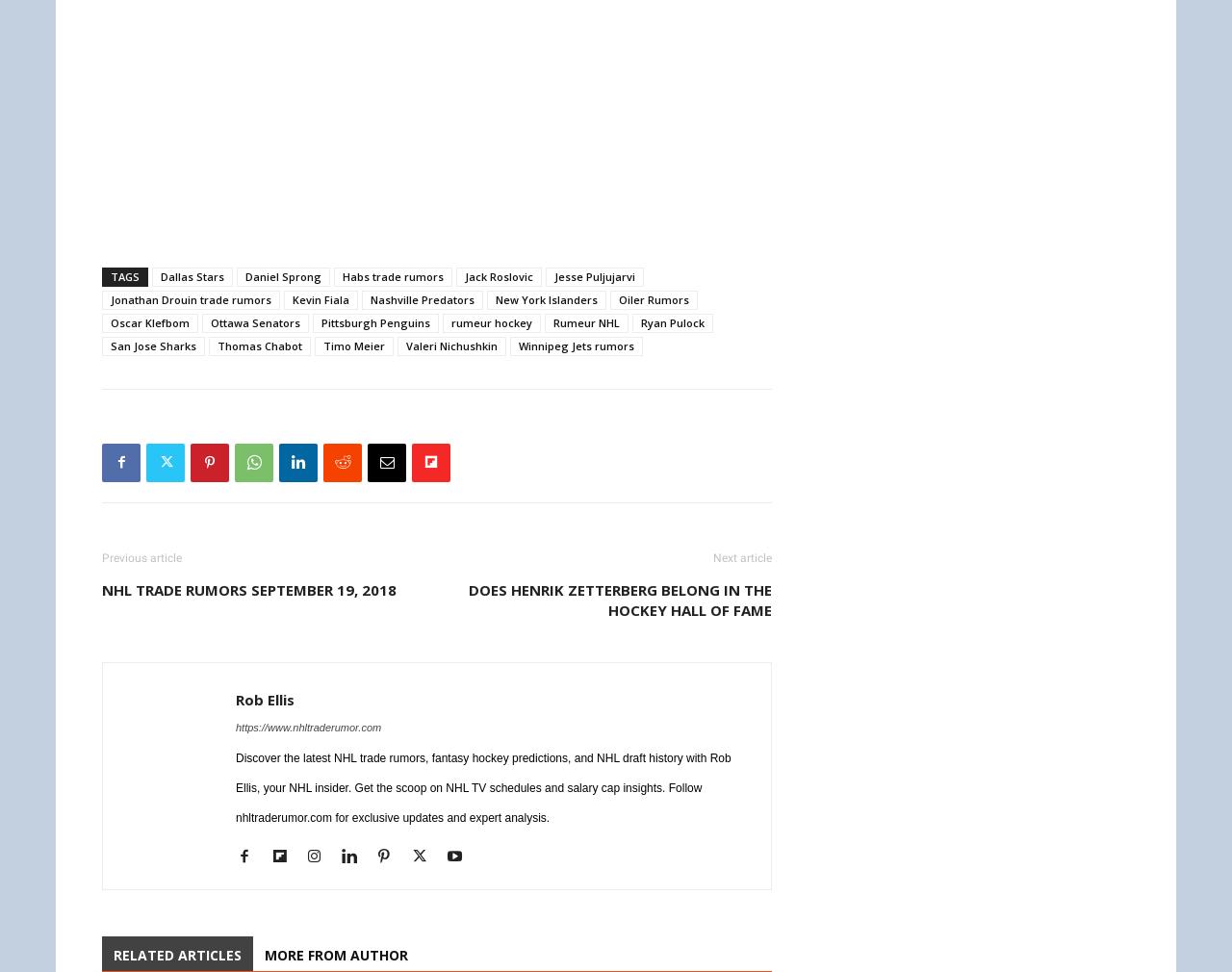  Describe the element at coordinates (258, 345) in the screenshot. I see `'Thomas Chabot'` at that location.